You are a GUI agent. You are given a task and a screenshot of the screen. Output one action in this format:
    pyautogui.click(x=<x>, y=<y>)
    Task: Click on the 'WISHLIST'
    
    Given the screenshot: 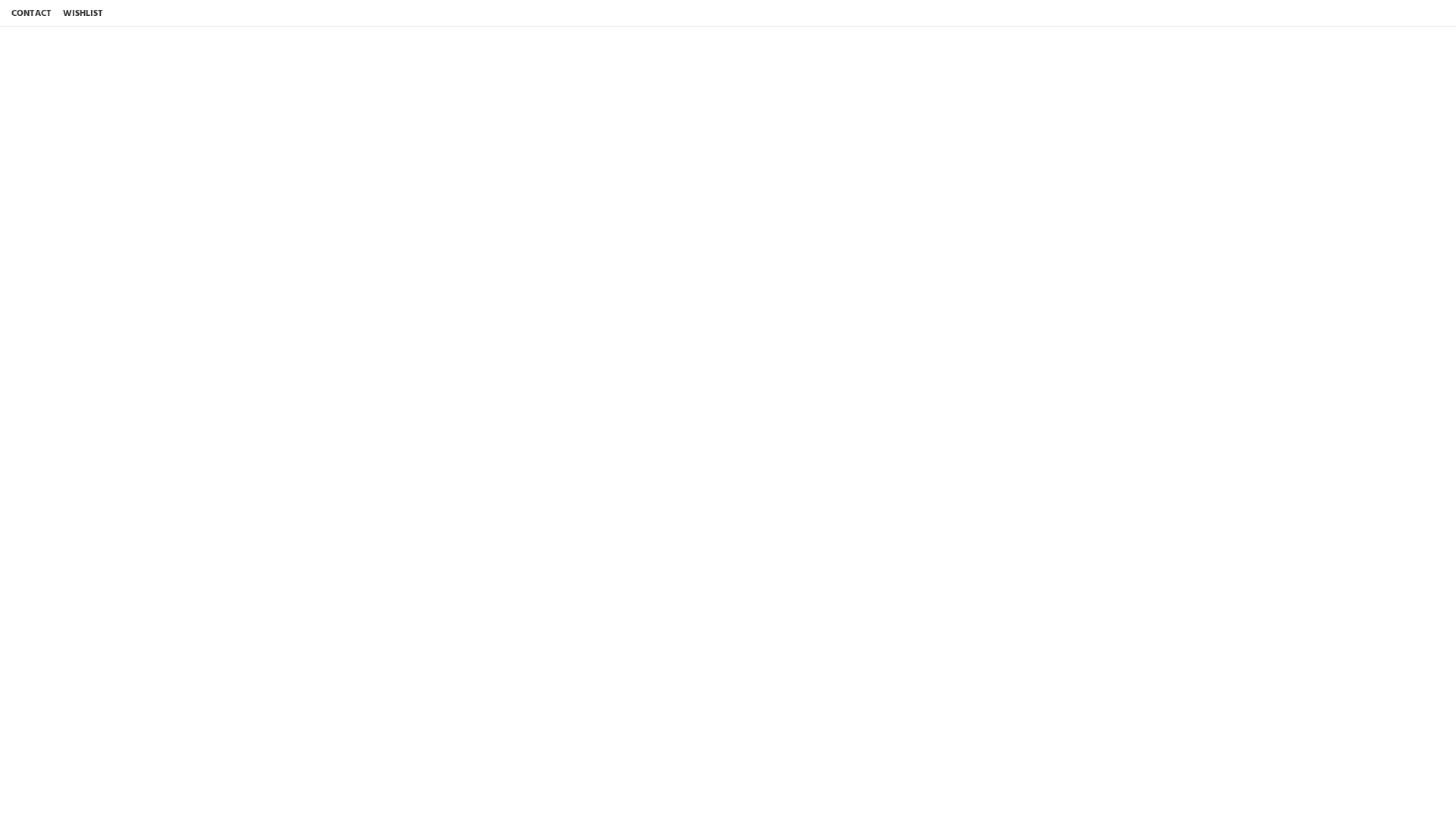 What is the action you would take?
    pyautogui.click(x=82, y=13)
    